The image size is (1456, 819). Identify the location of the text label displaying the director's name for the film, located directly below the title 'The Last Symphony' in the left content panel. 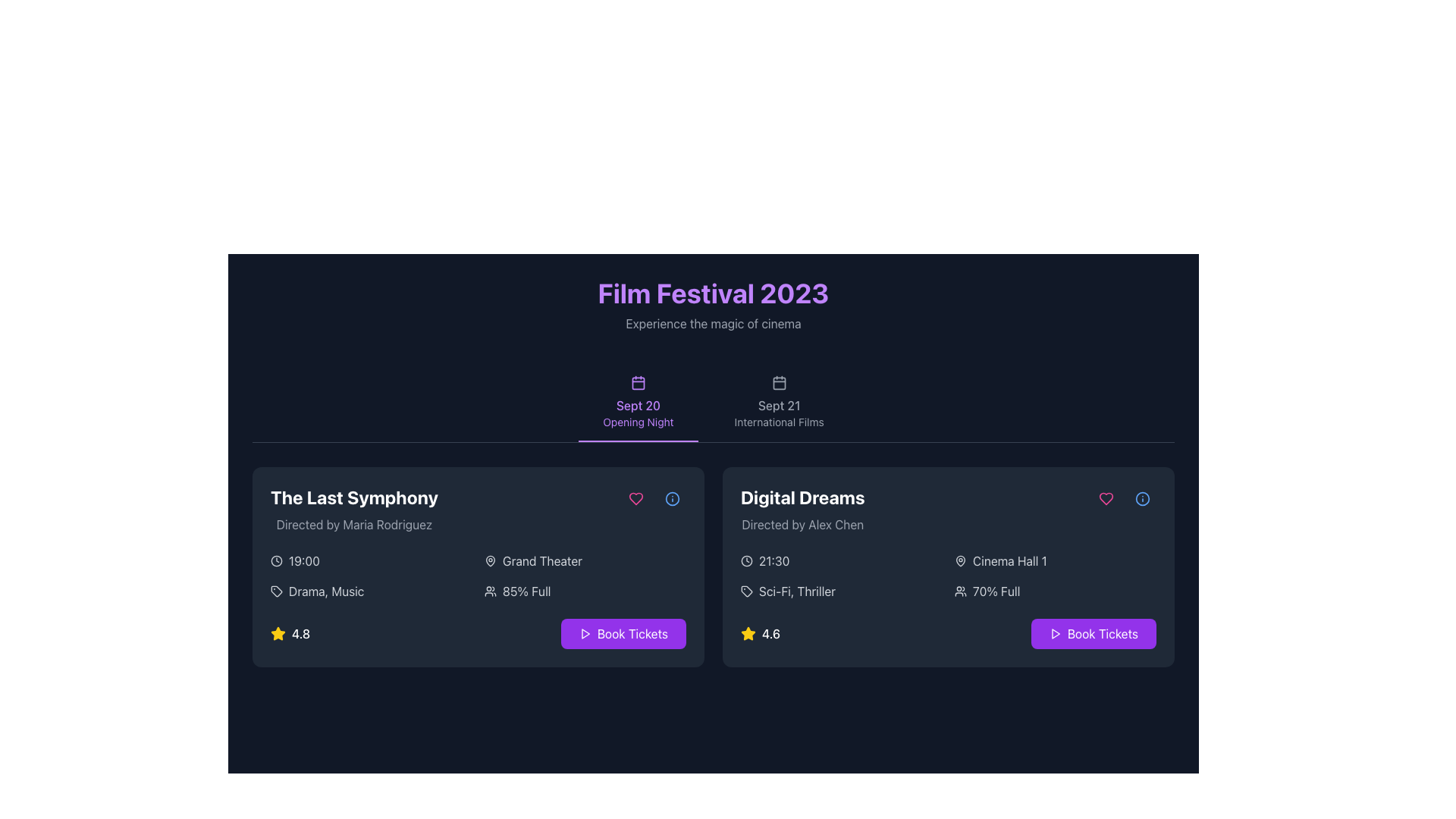
(353, 523).